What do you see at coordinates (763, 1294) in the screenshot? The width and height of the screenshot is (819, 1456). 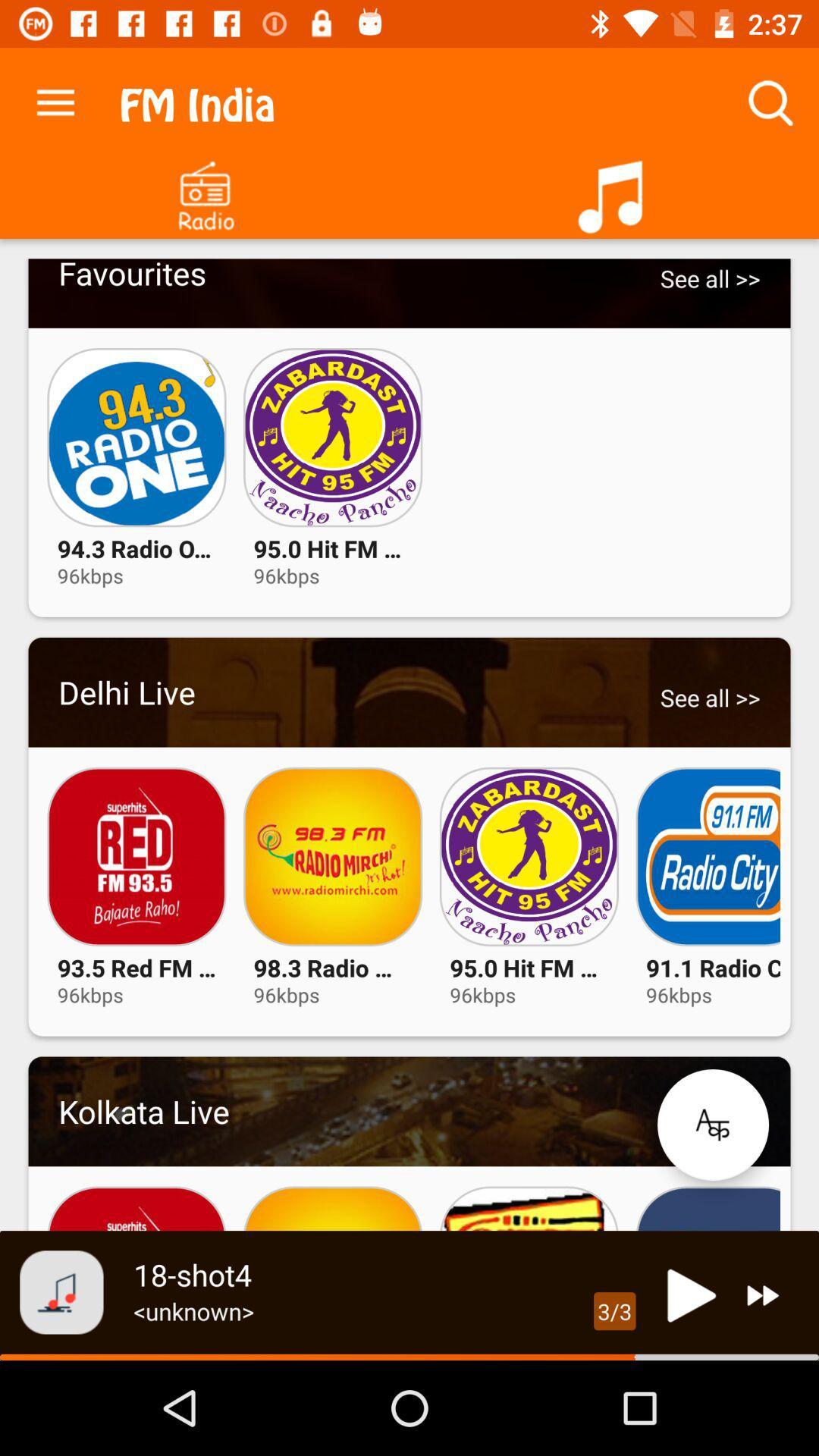 I see `next song` at bounding box center [763, 1294].